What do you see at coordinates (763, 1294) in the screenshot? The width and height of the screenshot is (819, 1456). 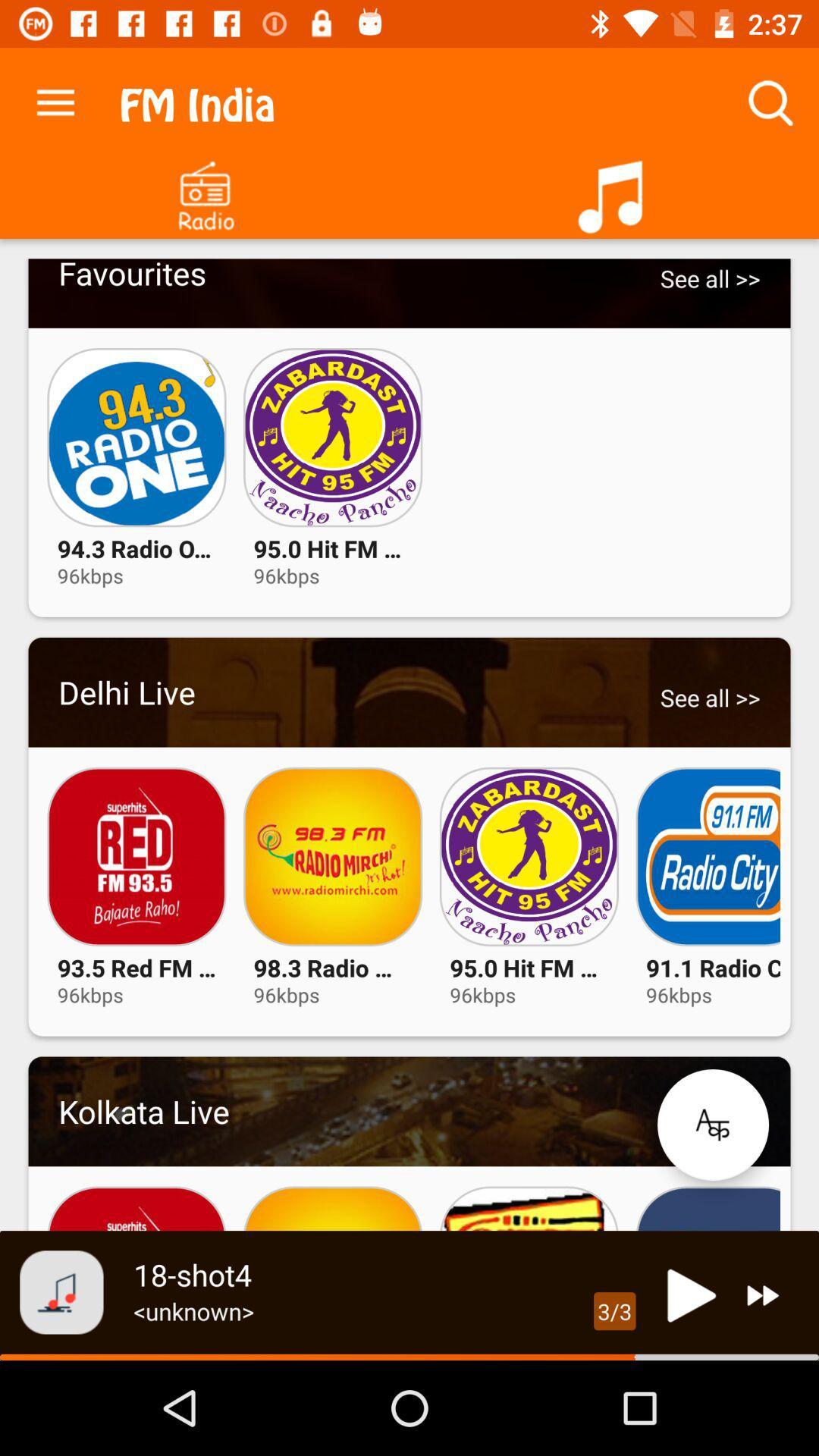 I see `next song` at bounding box center [763, 1294].